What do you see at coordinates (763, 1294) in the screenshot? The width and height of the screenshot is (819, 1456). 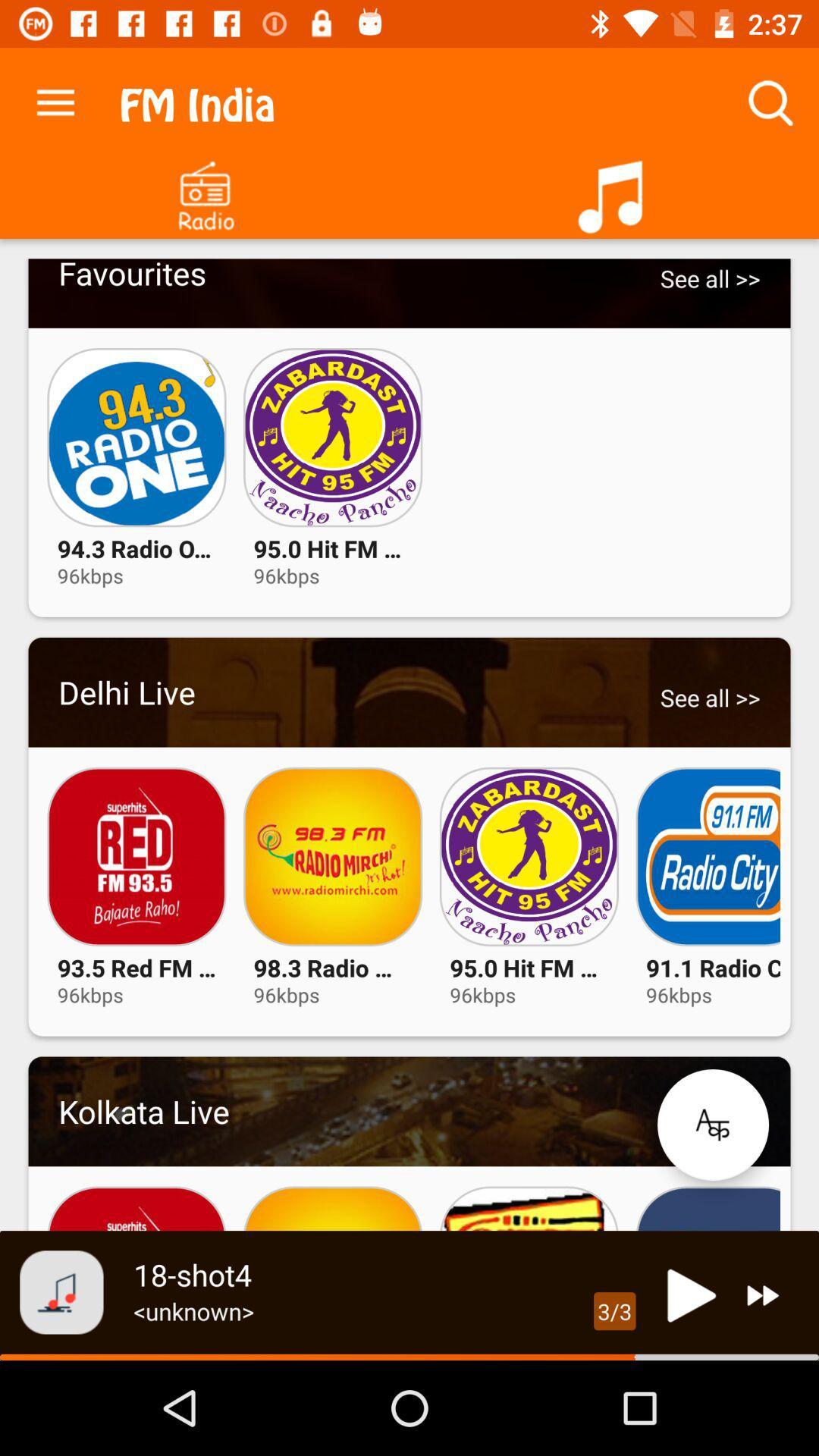 I see `next song` at bounding box center [763, 1294].